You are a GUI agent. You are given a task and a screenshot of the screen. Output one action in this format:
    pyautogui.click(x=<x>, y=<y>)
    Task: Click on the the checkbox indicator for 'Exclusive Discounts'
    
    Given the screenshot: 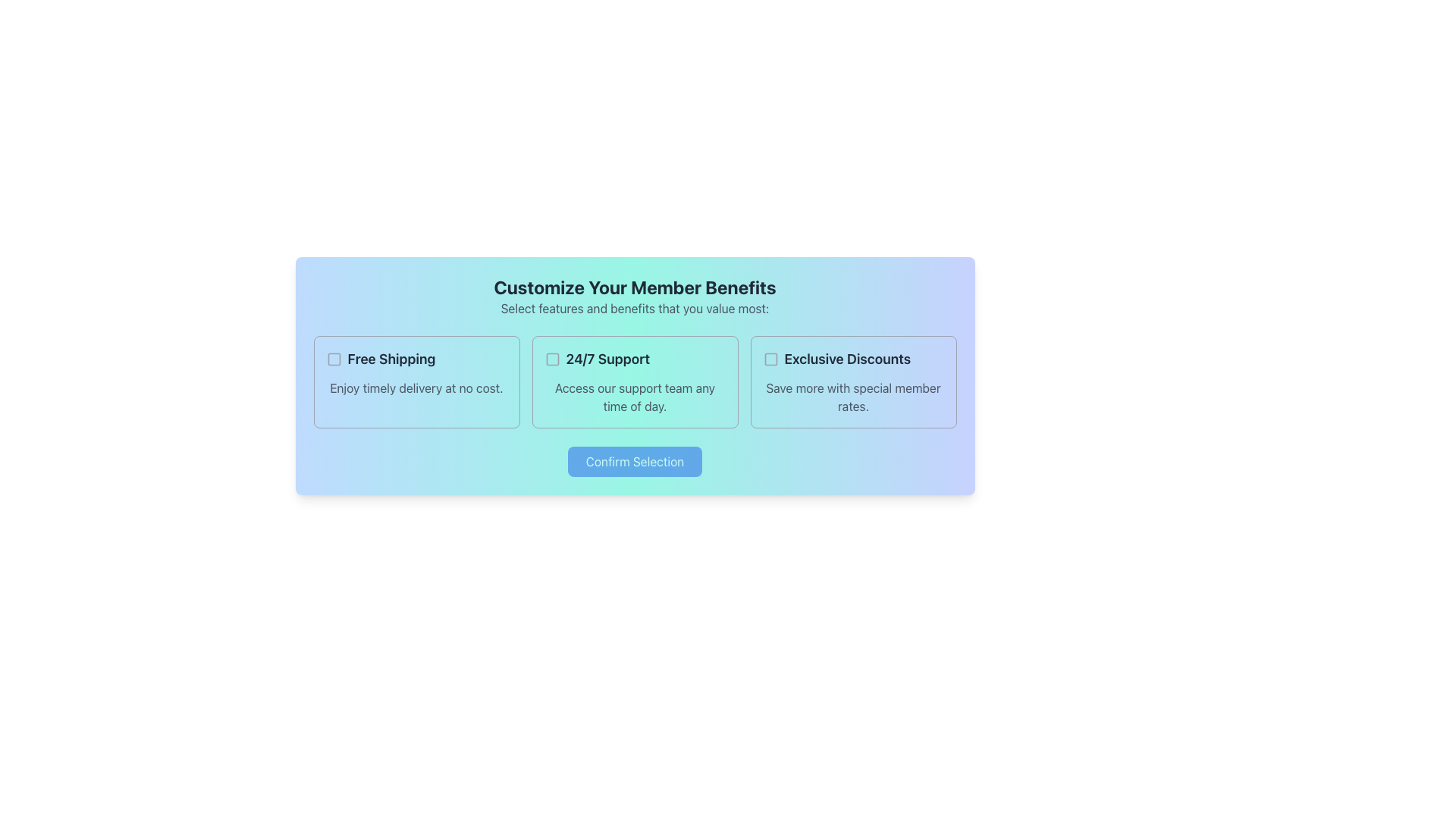 What is the action you would take?
    pyautogui.click(x=770, y=359)
    